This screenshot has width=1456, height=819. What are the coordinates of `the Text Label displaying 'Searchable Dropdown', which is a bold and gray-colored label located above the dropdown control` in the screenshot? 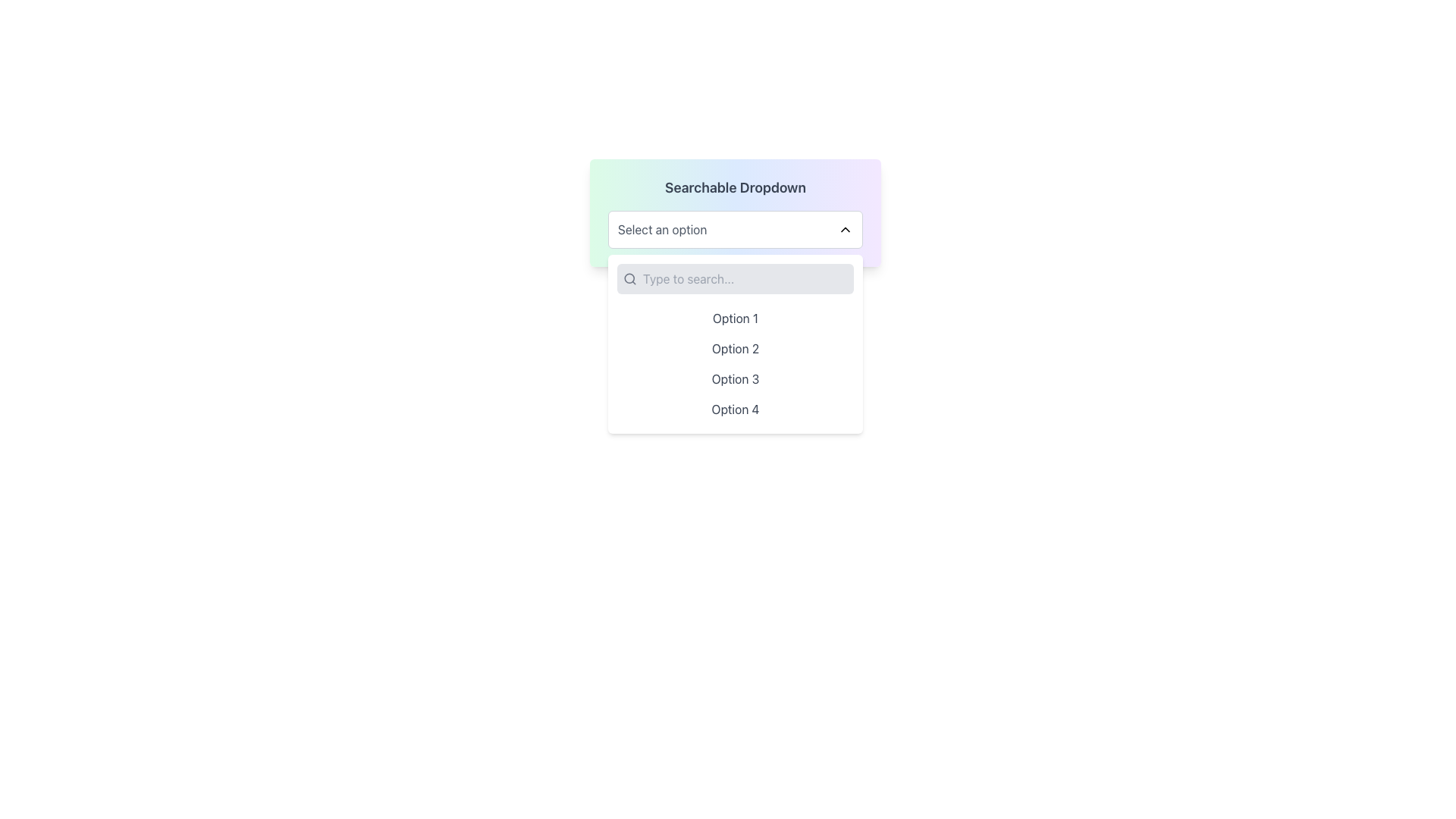 It's located at (735, 187).